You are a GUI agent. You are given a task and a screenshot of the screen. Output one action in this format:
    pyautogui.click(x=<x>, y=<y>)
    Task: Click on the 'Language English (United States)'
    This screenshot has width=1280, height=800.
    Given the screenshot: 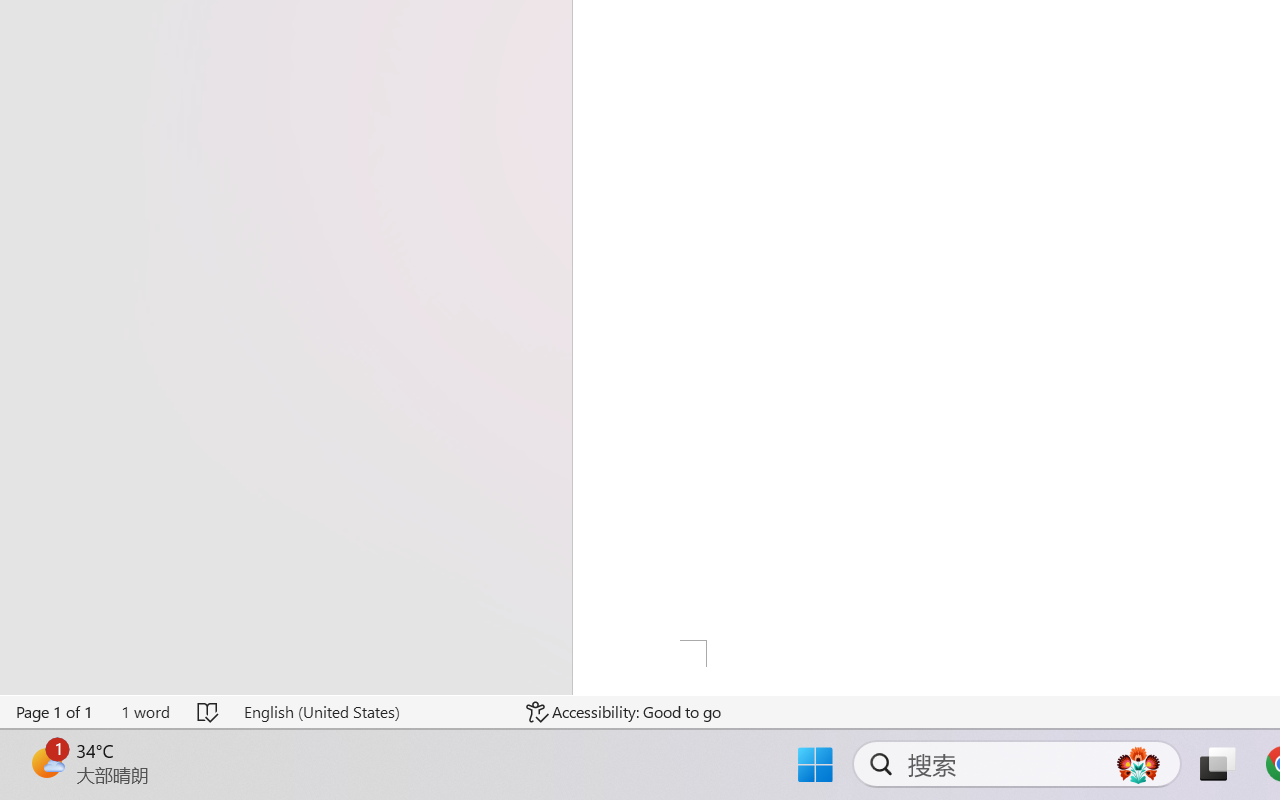 What is the action you would take?
    pyautogui.click(x=371, y=711)
    